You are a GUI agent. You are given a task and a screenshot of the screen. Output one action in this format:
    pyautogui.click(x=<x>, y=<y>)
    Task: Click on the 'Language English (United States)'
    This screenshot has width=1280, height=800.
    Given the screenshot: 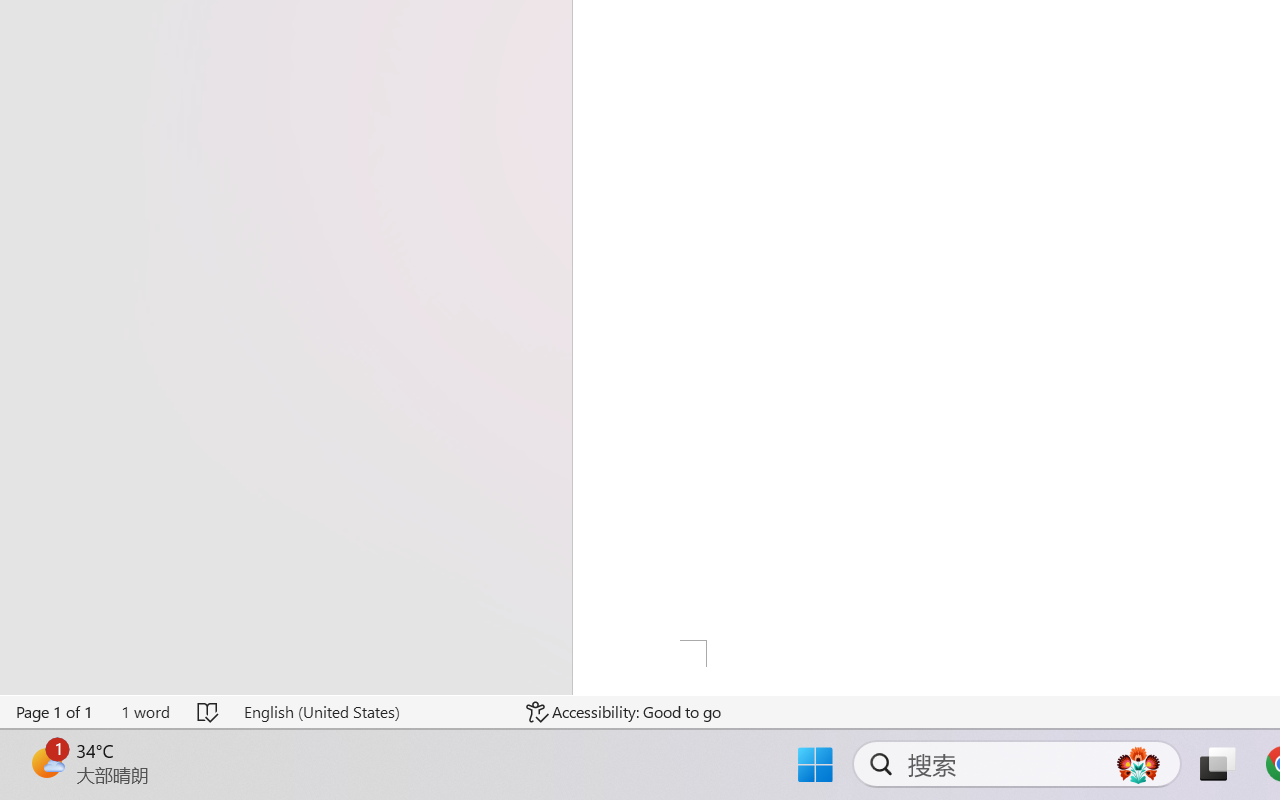 What is the action you would take?
    pyautogui.click(x=371, y=711)
    